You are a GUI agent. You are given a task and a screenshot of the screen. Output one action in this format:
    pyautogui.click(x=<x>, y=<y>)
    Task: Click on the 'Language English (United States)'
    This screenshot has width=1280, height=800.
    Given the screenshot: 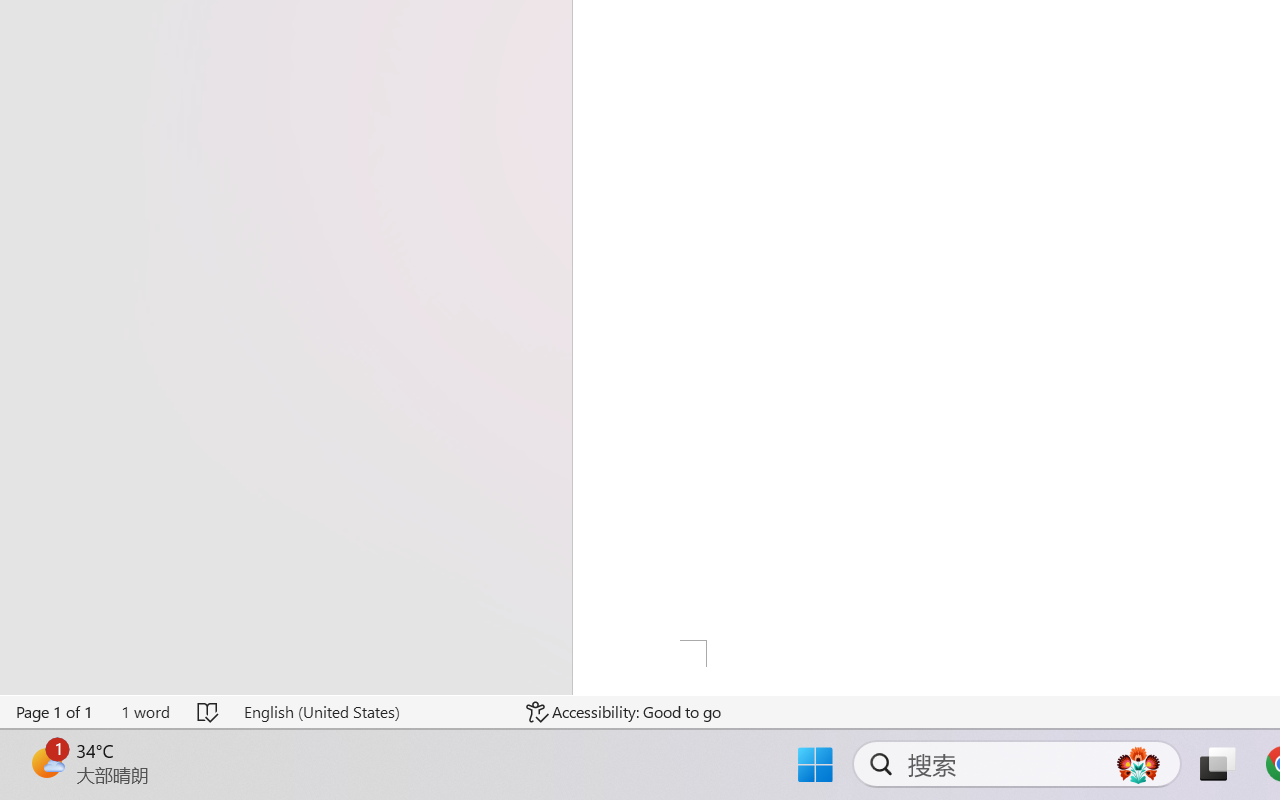 What is the action you would take?
    pyautogui.click(x=371, y=711)
    